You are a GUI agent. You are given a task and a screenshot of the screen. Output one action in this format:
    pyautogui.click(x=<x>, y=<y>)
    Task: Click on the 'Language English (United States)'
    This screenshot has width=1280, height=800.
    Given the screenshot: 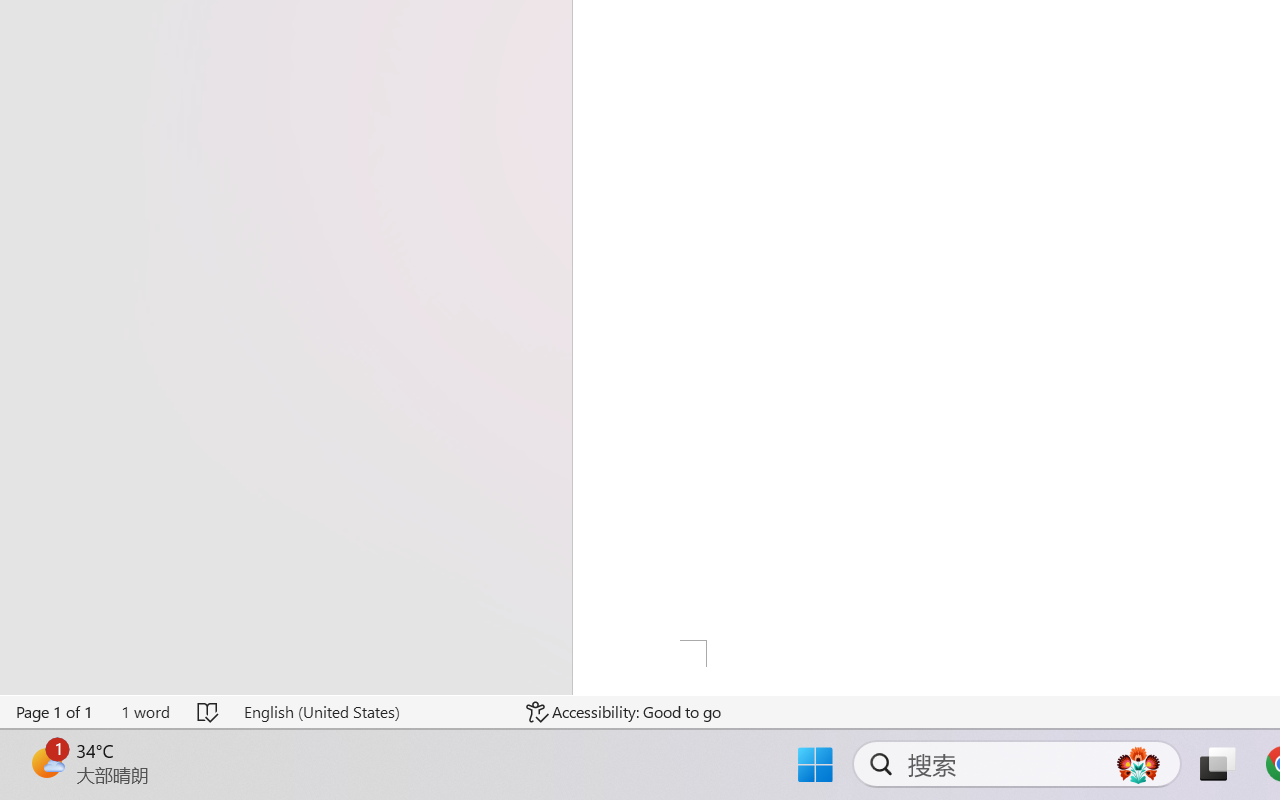 What is the action you would take?
    pyautogui.click(x=371, y=711)
    